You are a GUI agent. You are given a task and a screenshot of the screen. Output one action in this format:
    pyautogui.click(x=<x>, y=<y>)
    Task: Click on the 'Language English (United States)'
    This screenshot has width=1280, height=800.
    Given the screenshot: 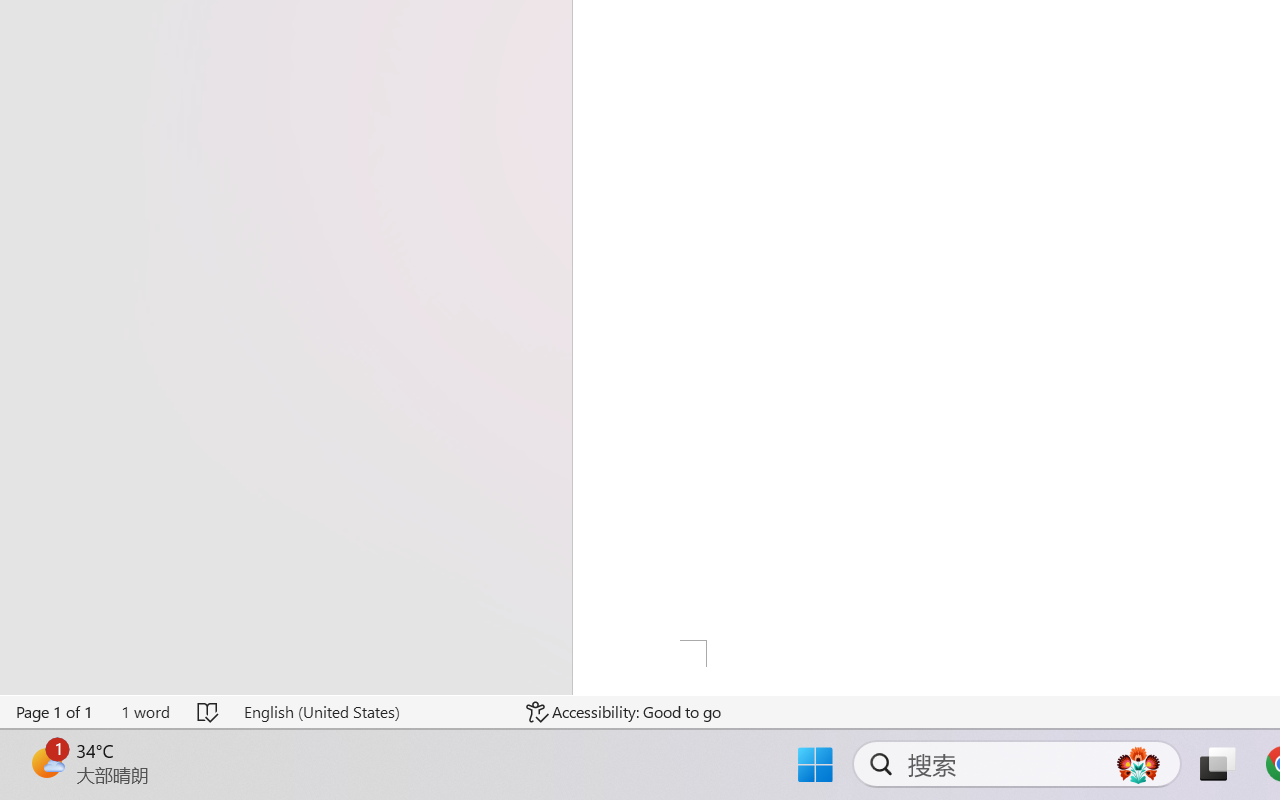 What is the action you would take?
    pyautogui.click(x=371, y=711)
    